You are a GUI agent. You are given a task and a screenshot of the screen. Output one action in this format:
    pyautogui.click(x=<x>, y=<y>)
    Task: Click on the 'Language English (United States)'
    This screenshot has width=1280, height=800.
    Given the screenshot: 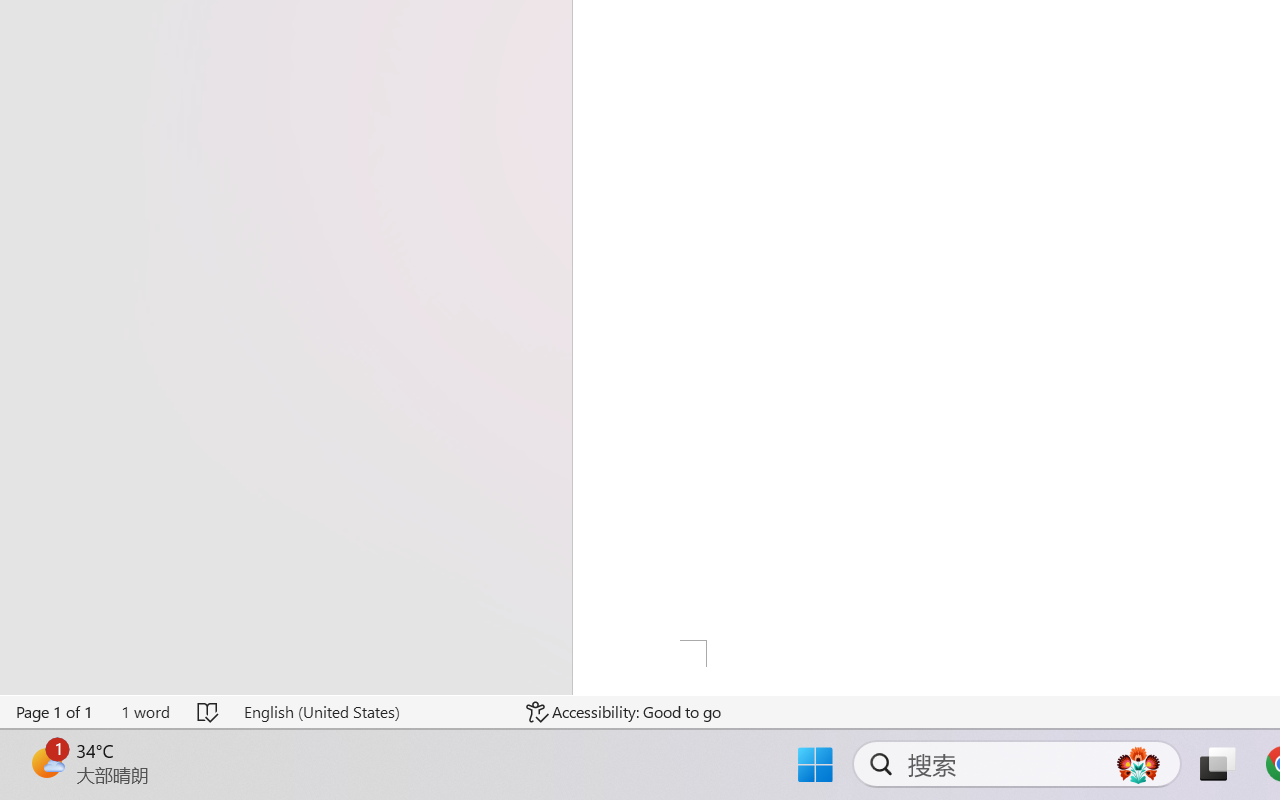 What is the action you would take?
    pyautogui.click(x=371, y=711)
    